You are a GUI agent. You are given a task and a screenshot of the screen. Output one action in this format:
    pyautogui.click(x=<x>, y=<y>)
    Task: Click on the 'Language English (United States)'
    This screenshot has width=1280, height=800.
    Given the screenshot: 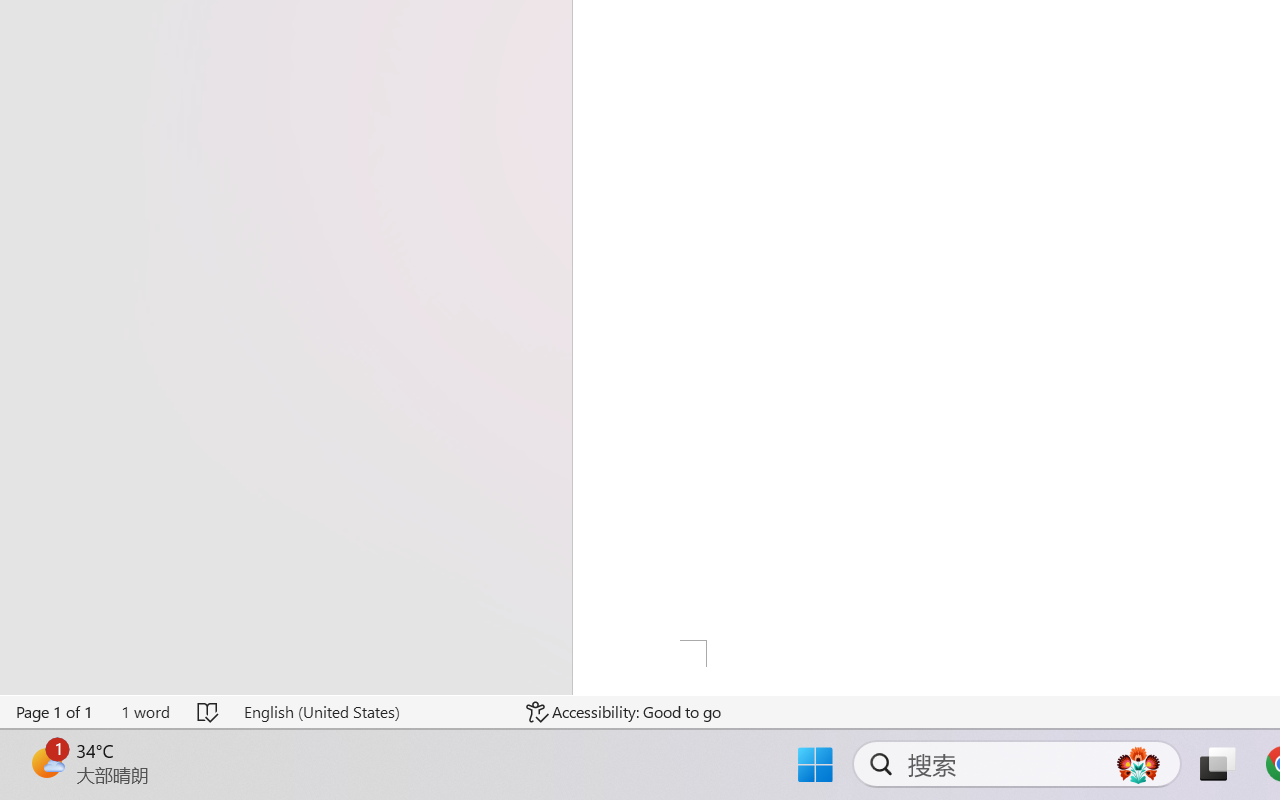 What is the action you would take?
    pyautogui.click(x=371, y=711)
    